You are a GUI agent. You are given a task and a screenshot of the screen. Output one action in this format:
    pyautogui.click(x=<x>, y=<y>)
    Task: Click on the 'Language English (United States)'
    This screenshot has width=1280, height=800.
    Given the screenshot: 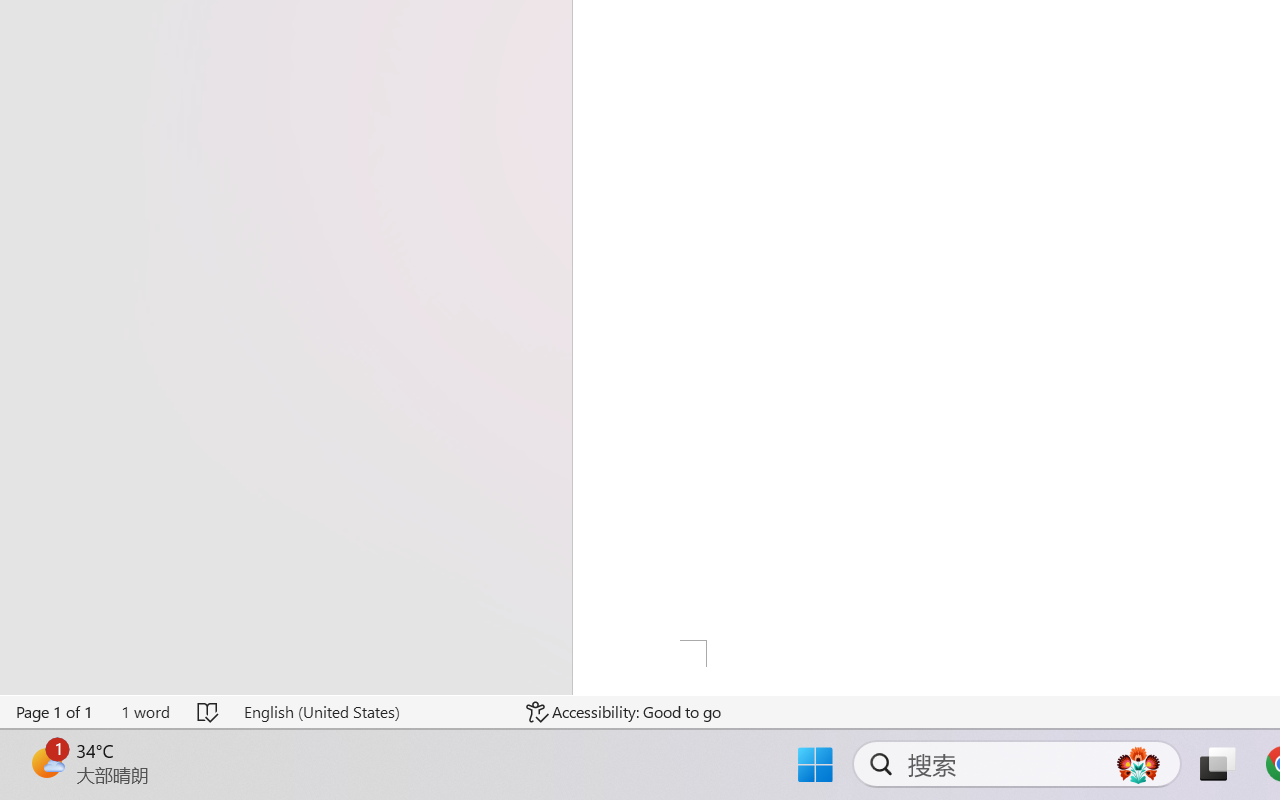 What is the action you would take?
    pyautogui.click(x=371, y=711)
    